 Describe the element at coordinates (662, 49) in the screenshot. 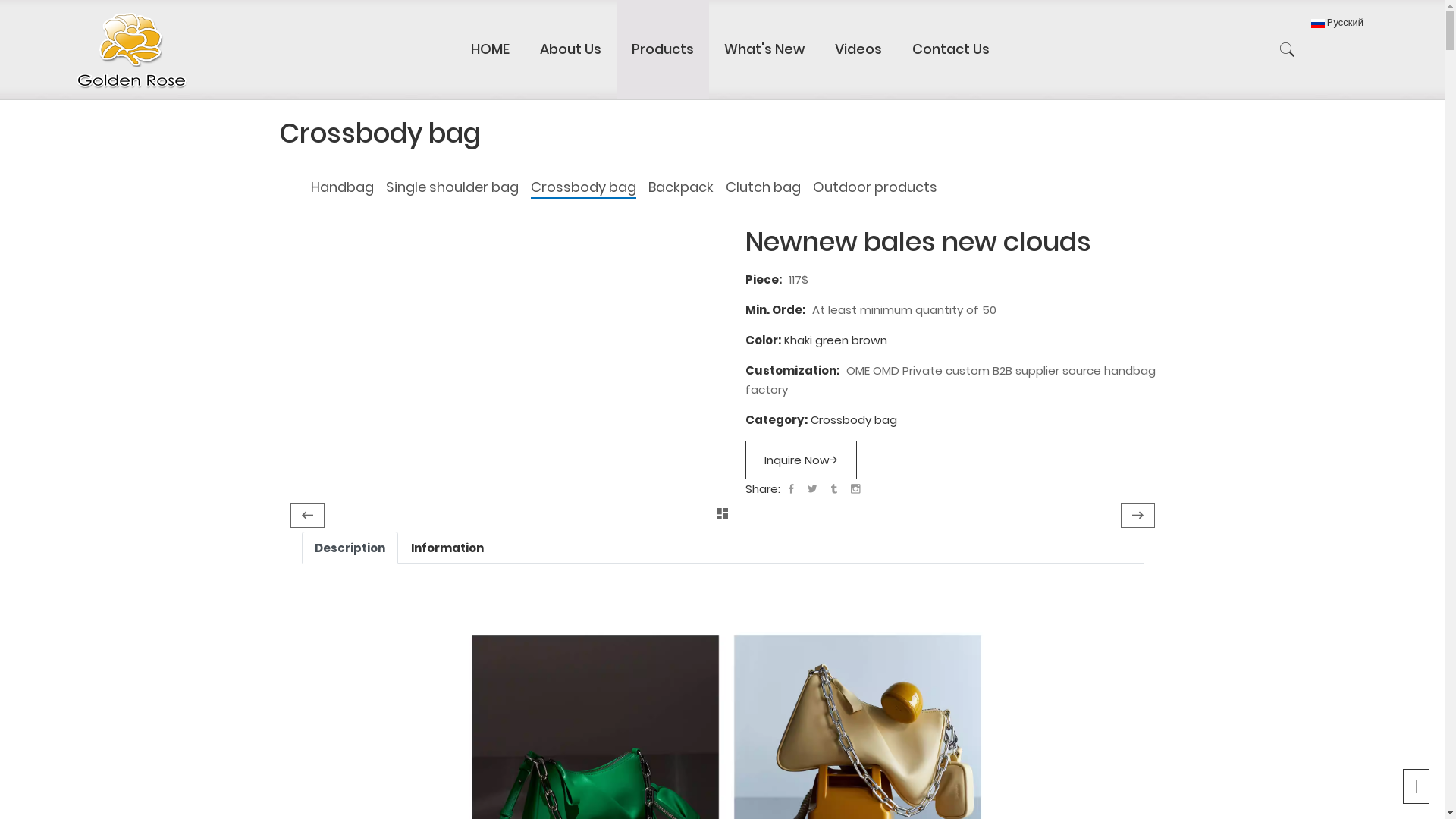

I see `'Products'` at that location.